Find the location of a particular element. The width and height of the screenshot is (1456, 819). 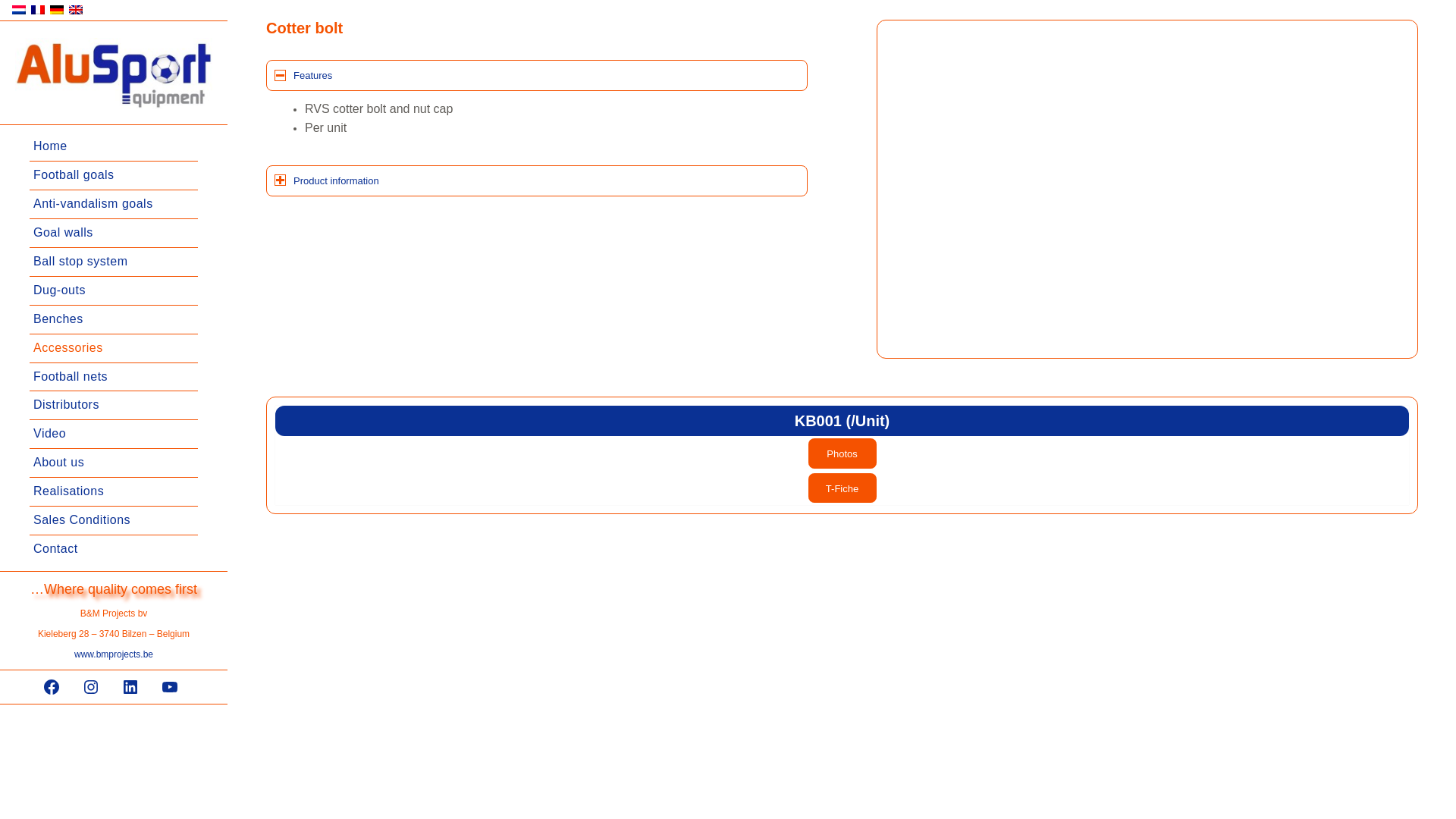

'Nederlands' is located at coordinates (18, 9).